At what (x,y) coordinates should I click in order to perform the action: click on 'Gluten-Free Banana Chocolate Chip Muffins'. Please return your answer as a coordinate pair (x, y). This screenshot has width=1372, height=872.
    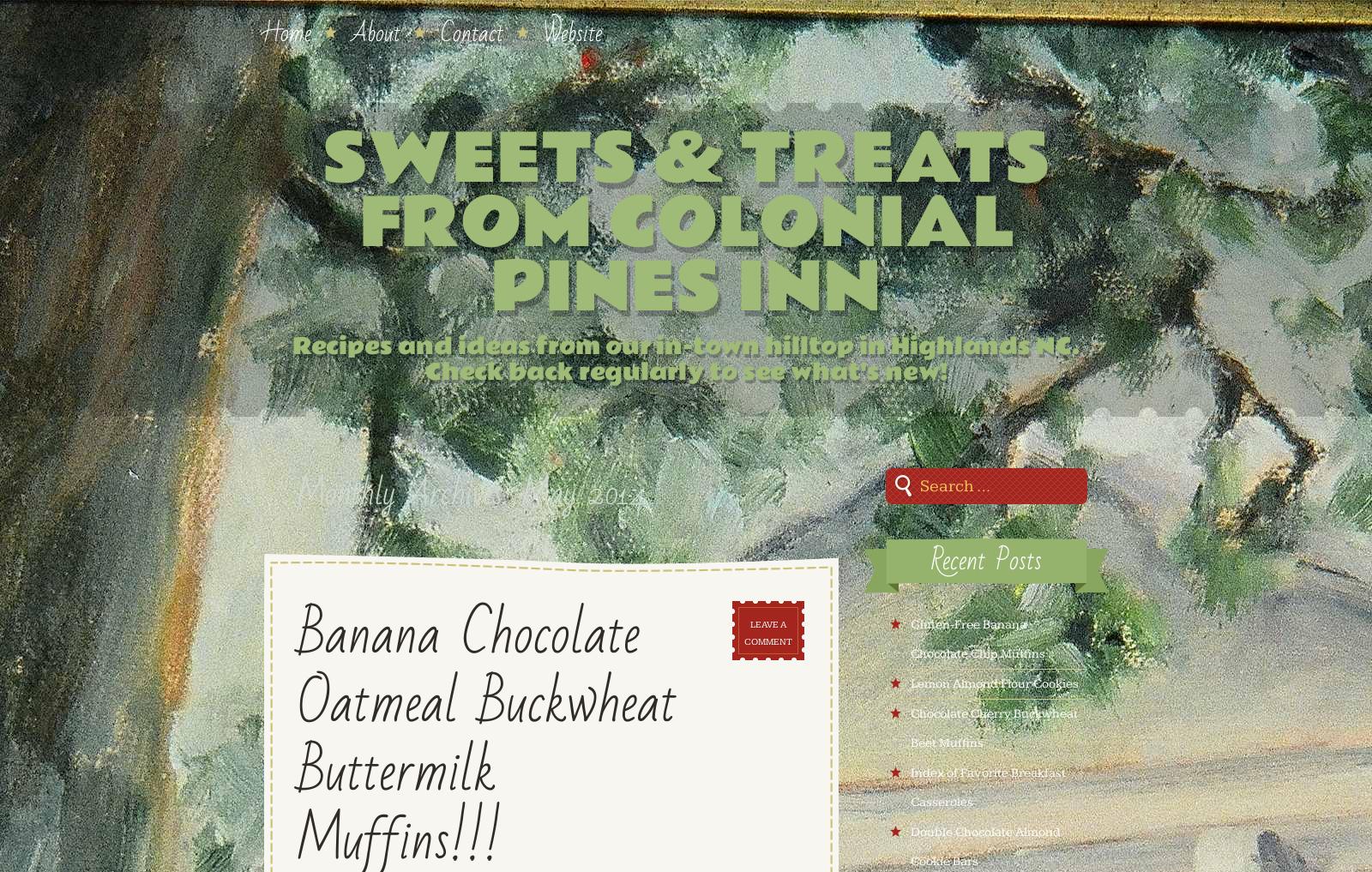
    Looking at the image, I should click on (977, 639).